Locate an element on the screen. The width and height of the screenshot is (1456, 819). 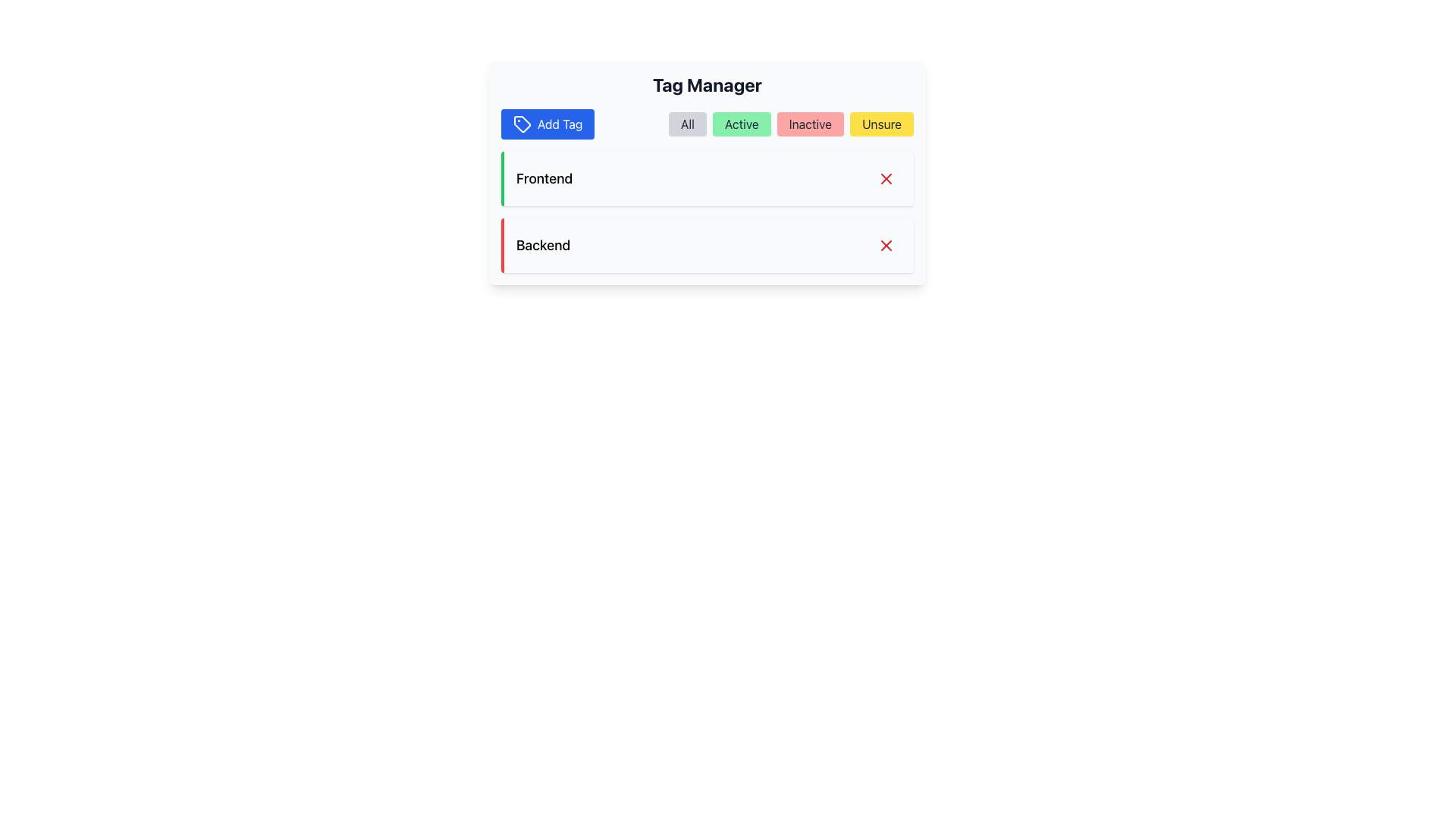
the 'Active' button, which is the second button in the group of four buttons labeled 'All', 'Active', 'Inactive', and 'Unsure', to trigger an interactive effect is located at coordinates (742, 124).